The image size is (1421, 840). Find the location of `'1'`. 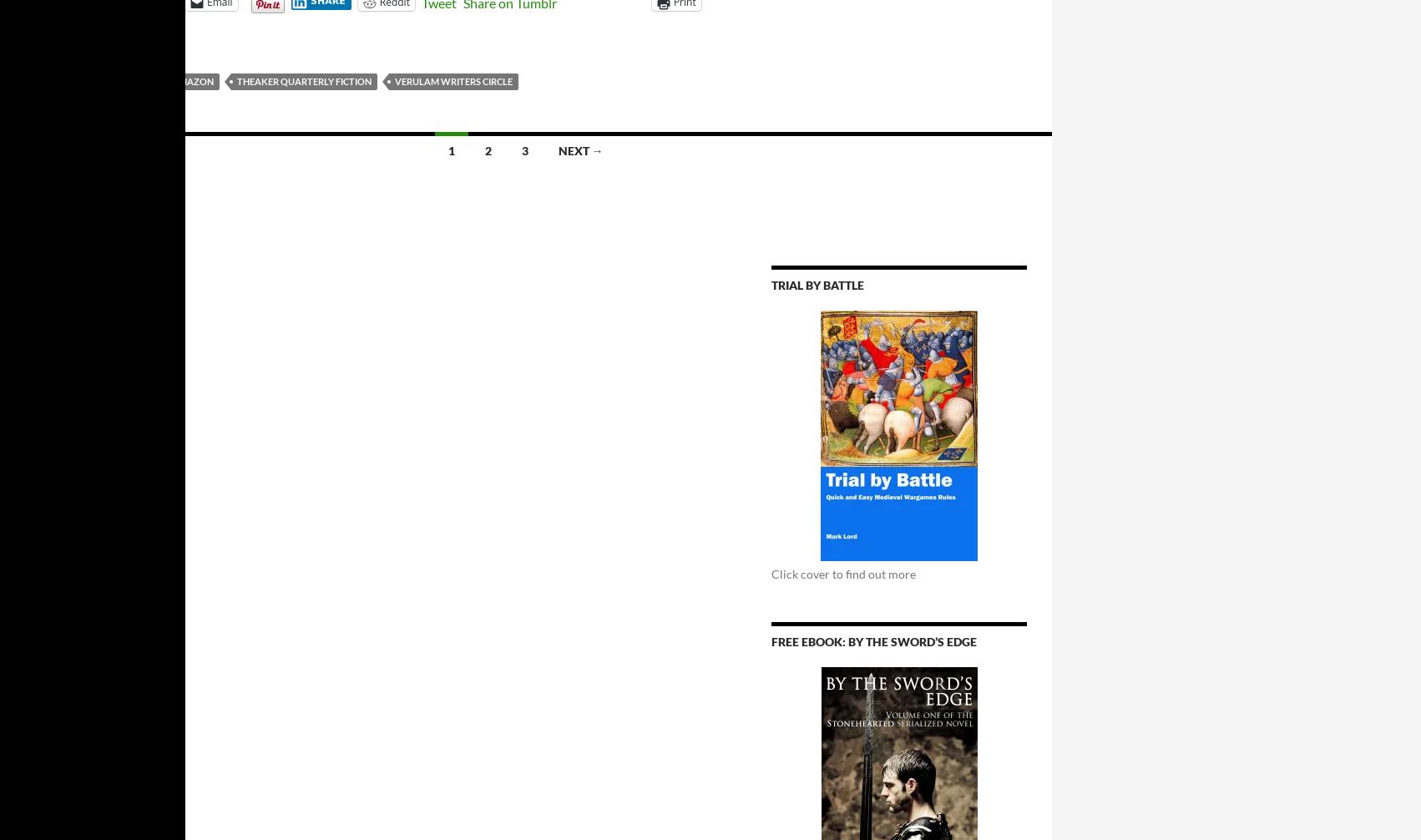

'1' is located at coordinates (450, 150).